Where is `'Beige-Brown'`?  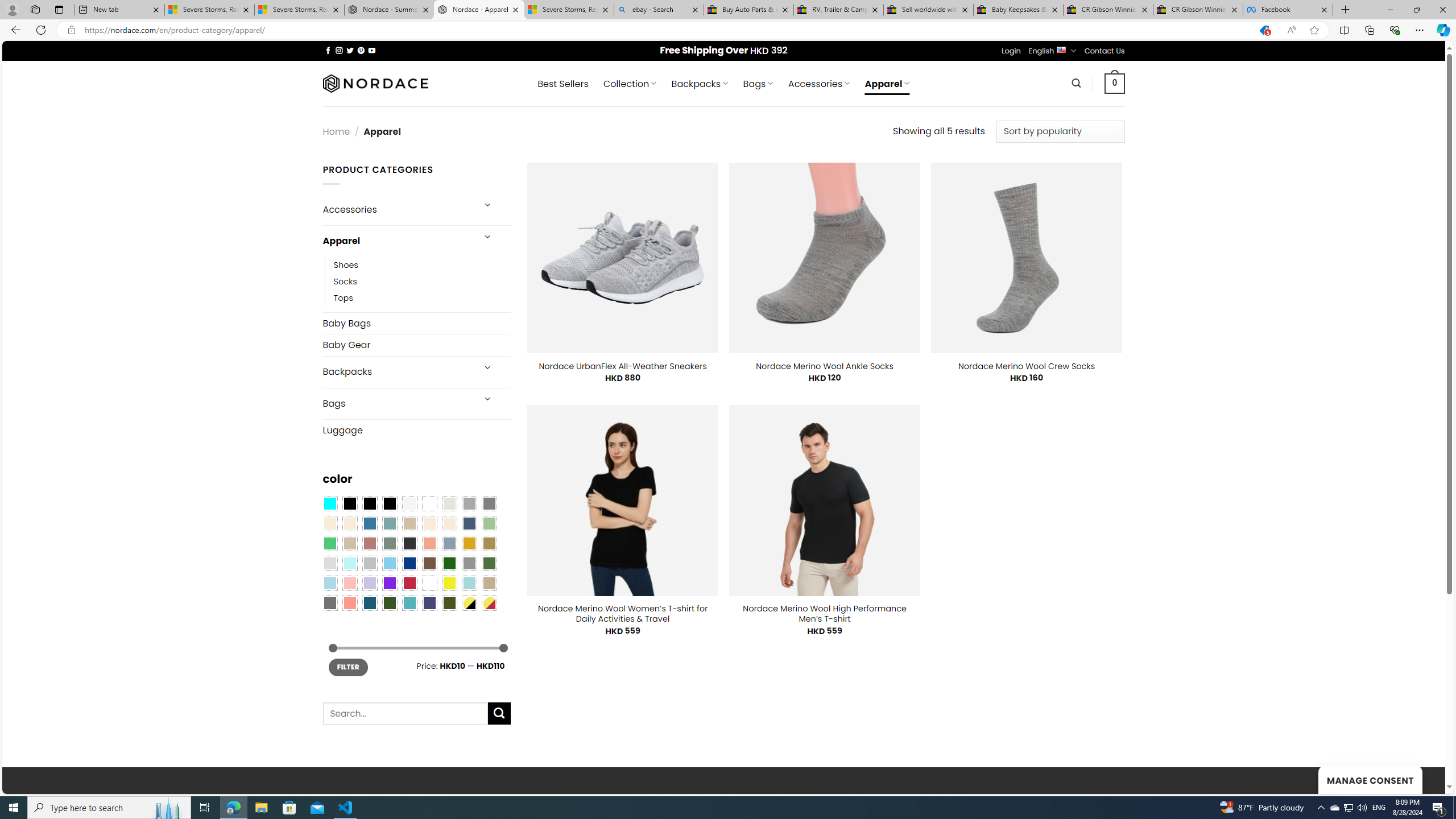 'Beige-Brown' is located at coordinates (349, 523).